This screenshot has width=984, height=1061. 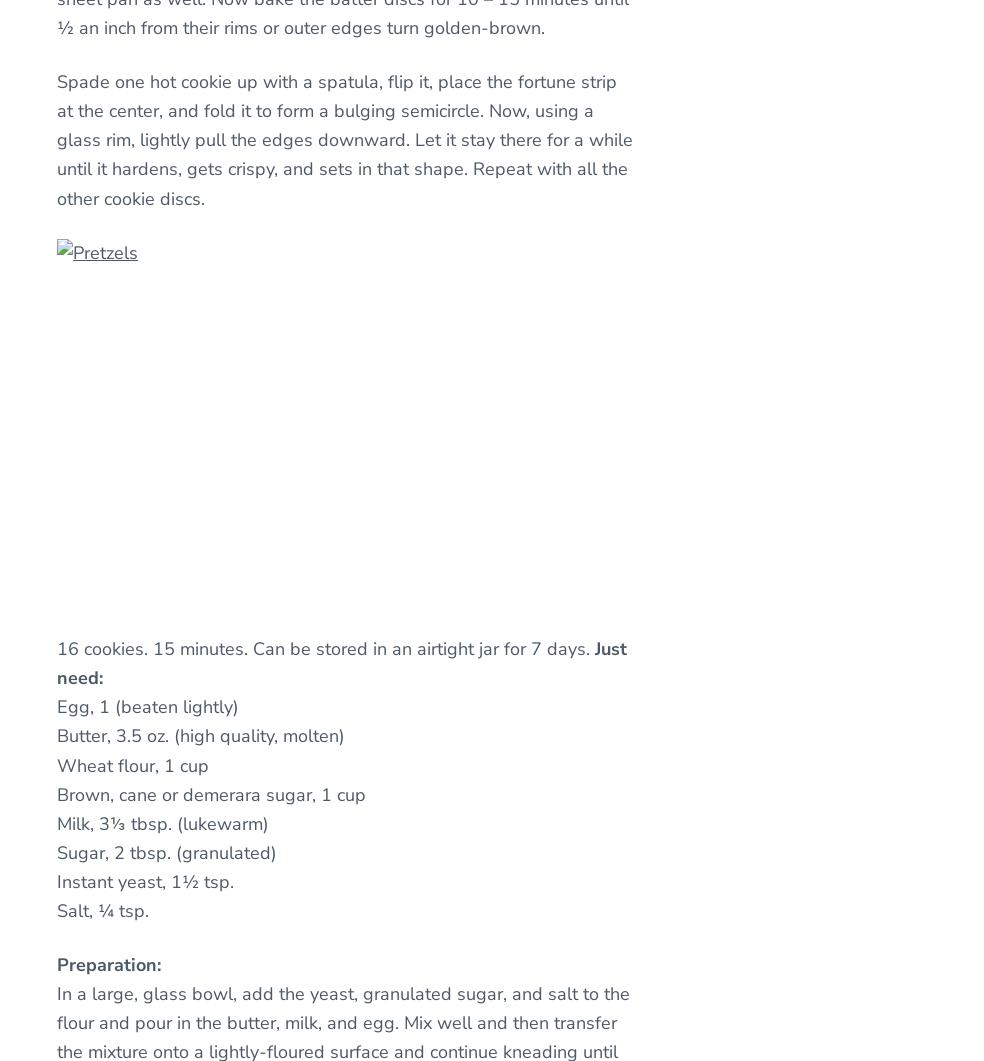 What do you see at coordinates (147, 706) in the screenshot?
I see `'Egg, 1 (beaten lightly)'` at bounding box center [147, 706].